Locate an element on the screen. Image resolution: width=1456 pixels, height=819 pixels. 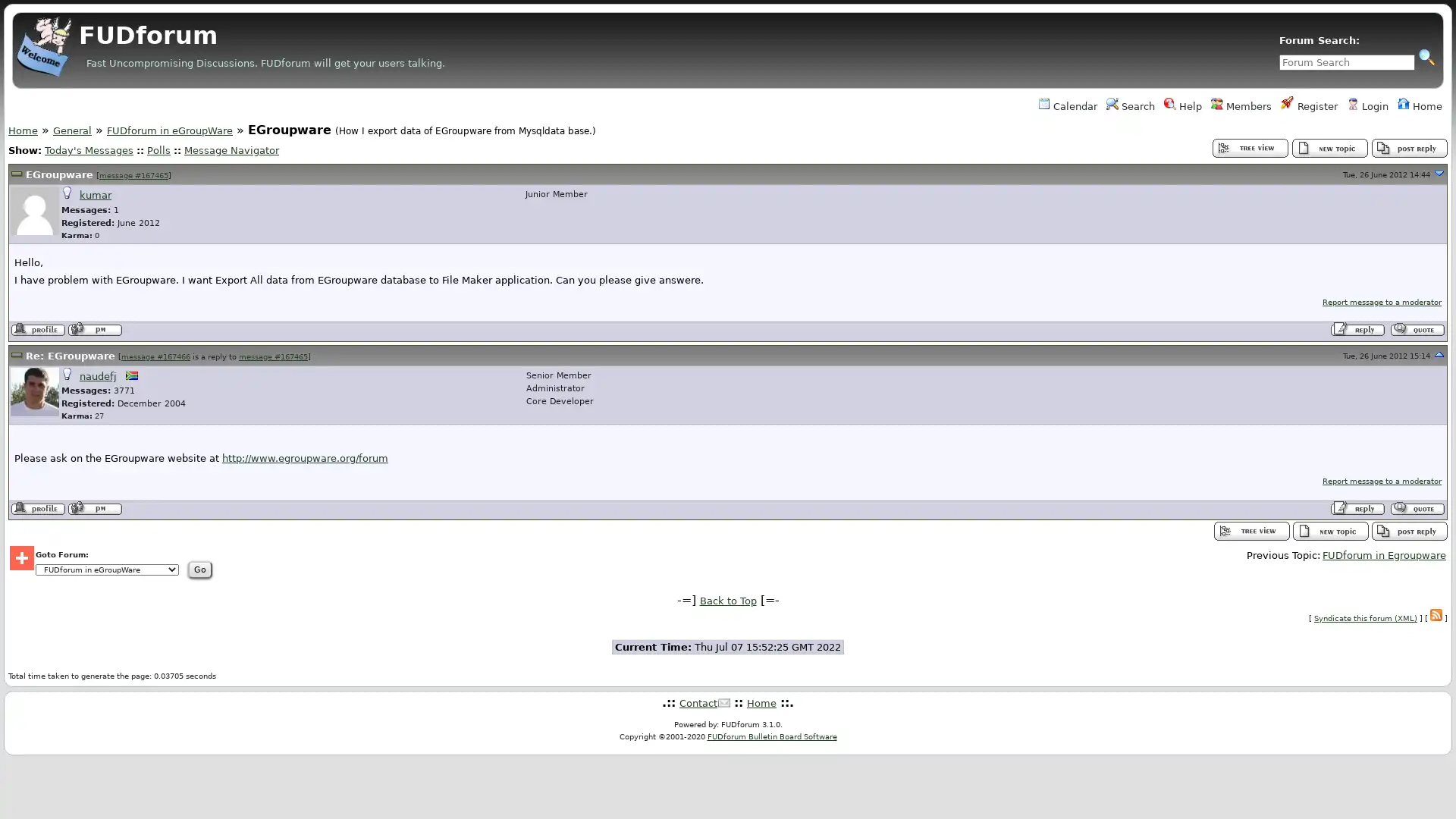
Go is located at coordinates (309, 570).